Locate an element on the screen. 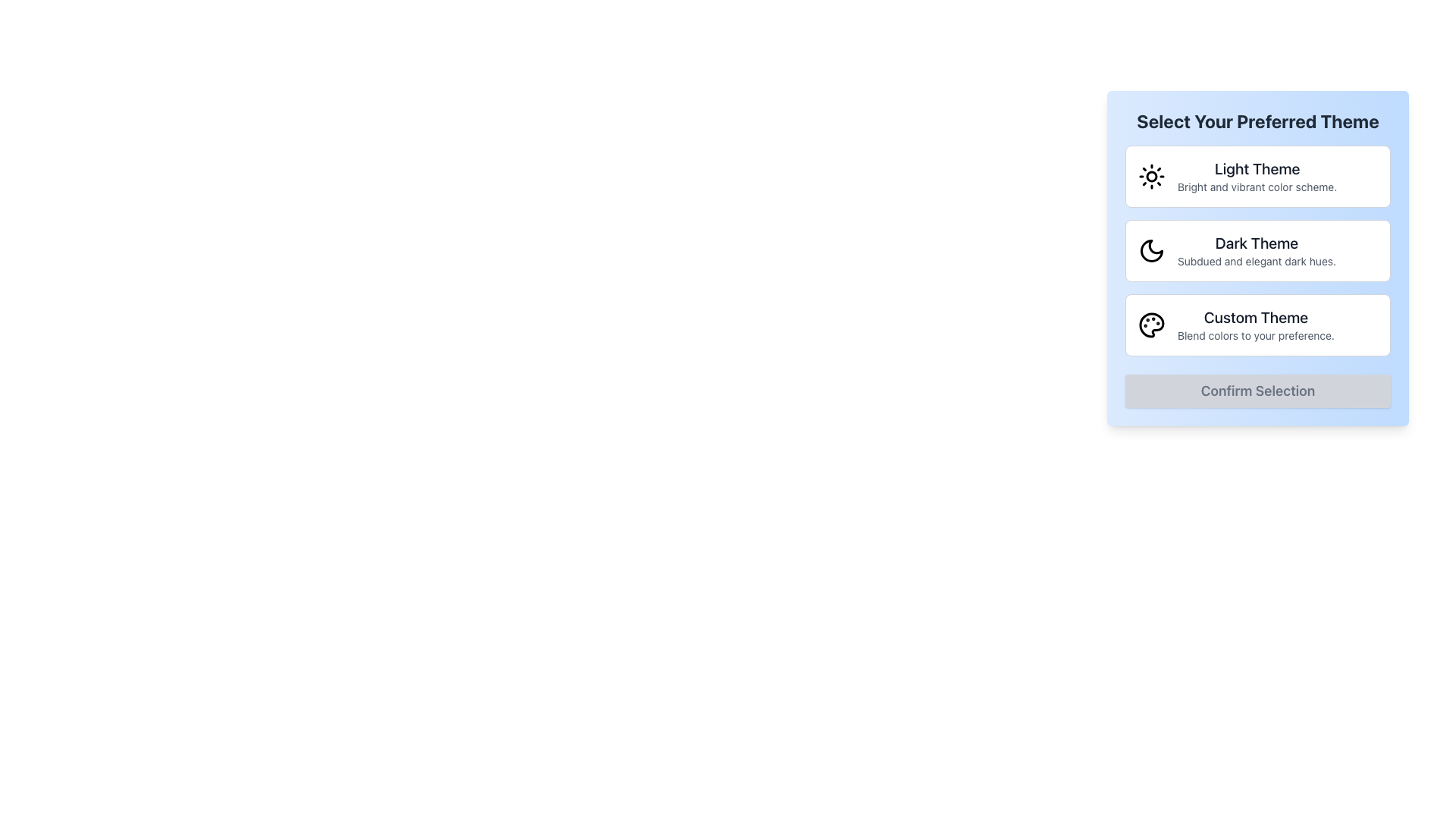 This screenshot has height=819, width=1456. the theme selection row within the styled card group that has a gradient background and a disabled confirmation button is located at coordinates (1258, 257).